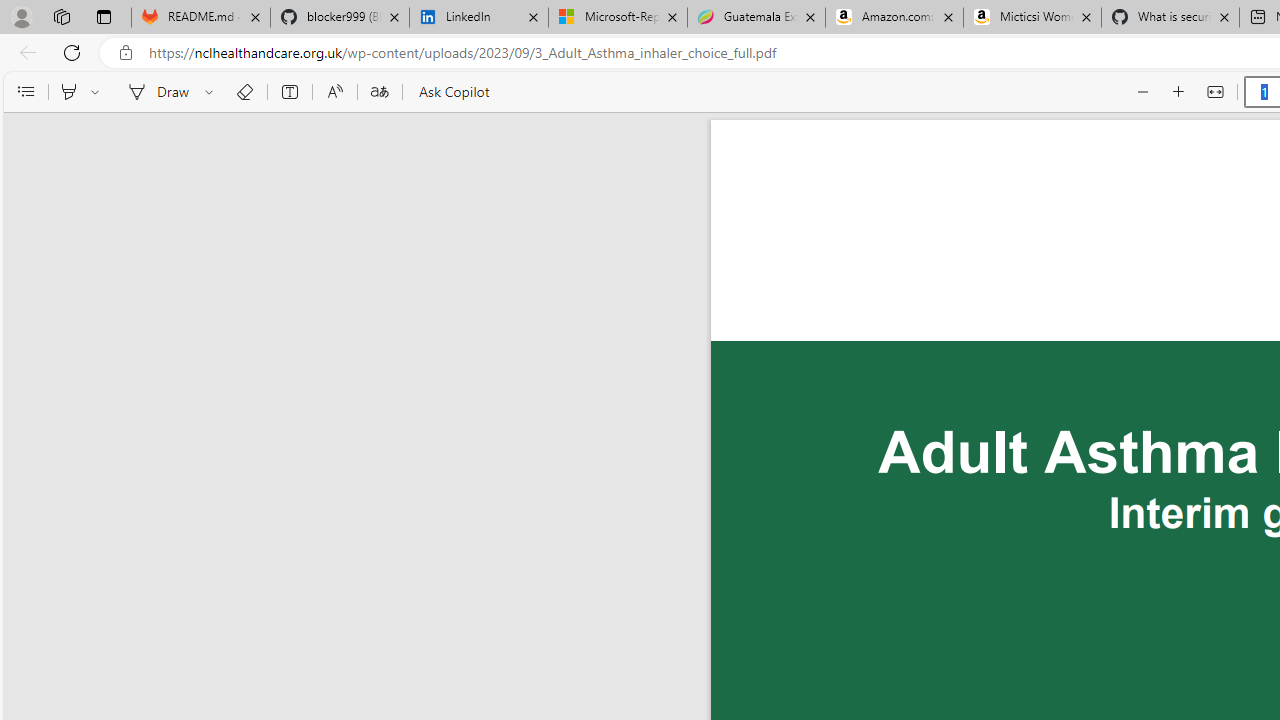 The height and width of the screenshot is (720, 1280). Describe the element at coordinates (97, 92) in the screenshot. I see `'Select a highlight color'` at that location.